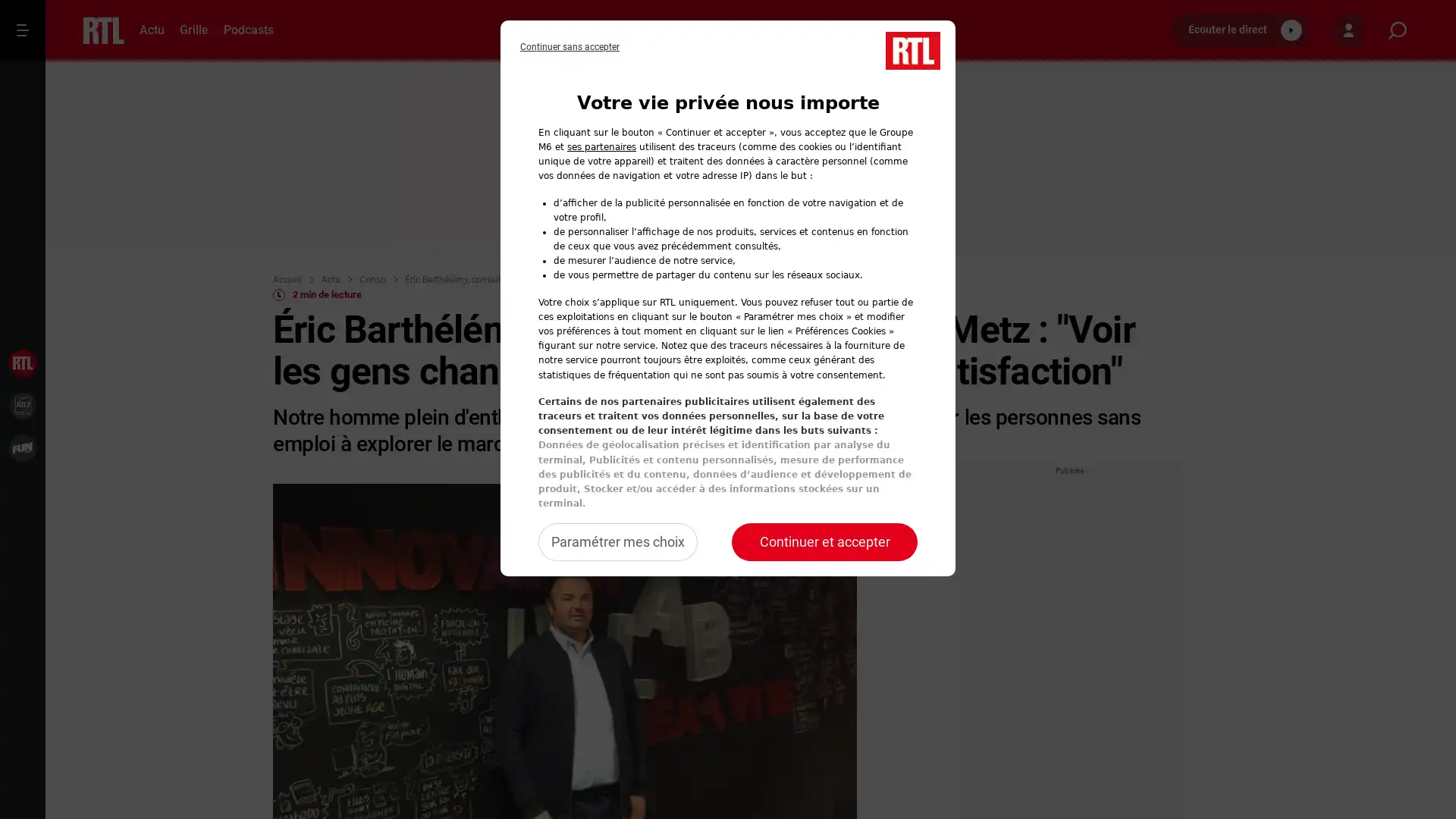 This screenshot has height=819, width=1456. I want to click on Ecouter le direct, so click(1240, 30).